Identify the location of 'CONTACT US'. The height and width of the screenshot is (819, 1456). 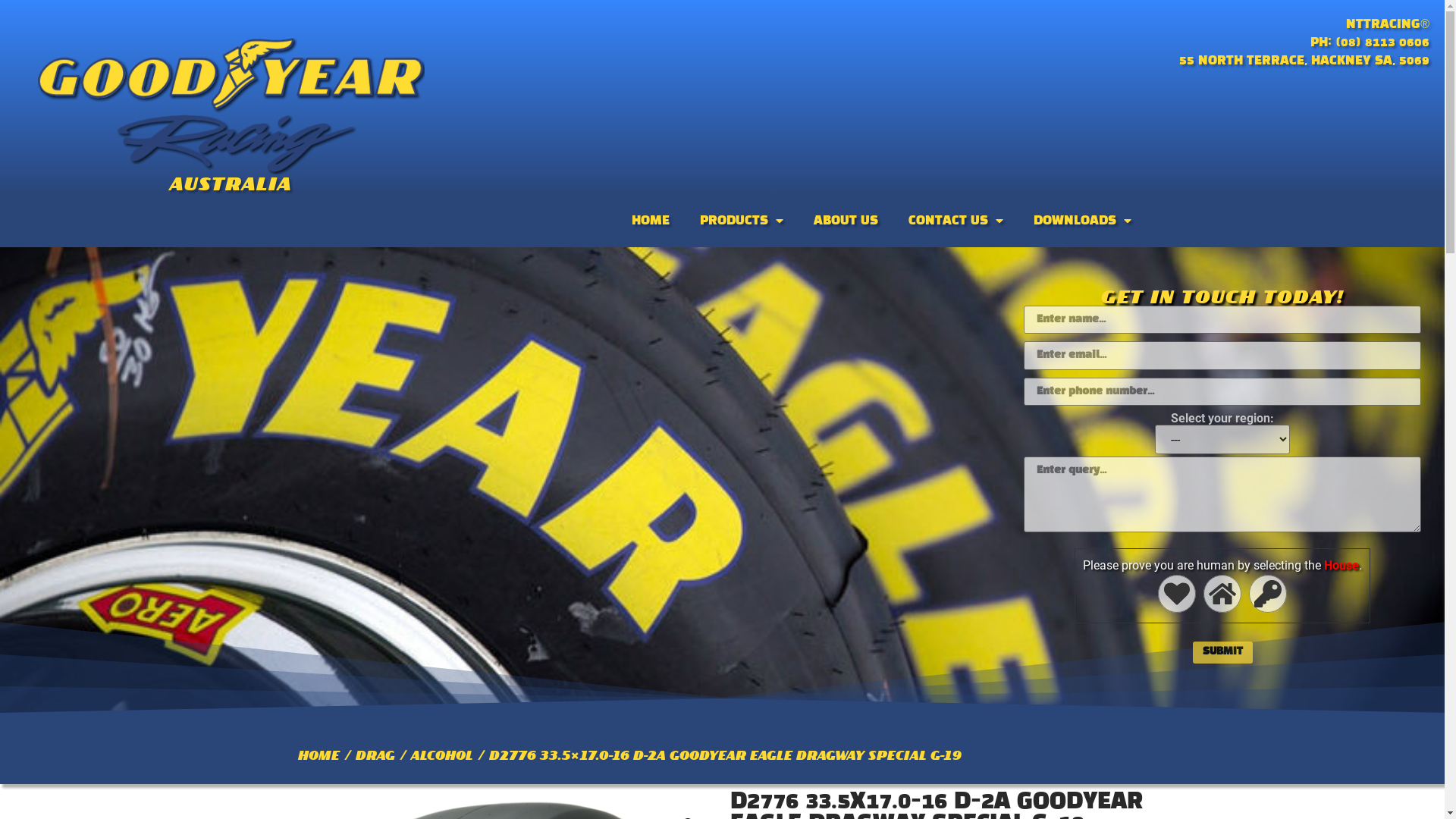
(955, 220).